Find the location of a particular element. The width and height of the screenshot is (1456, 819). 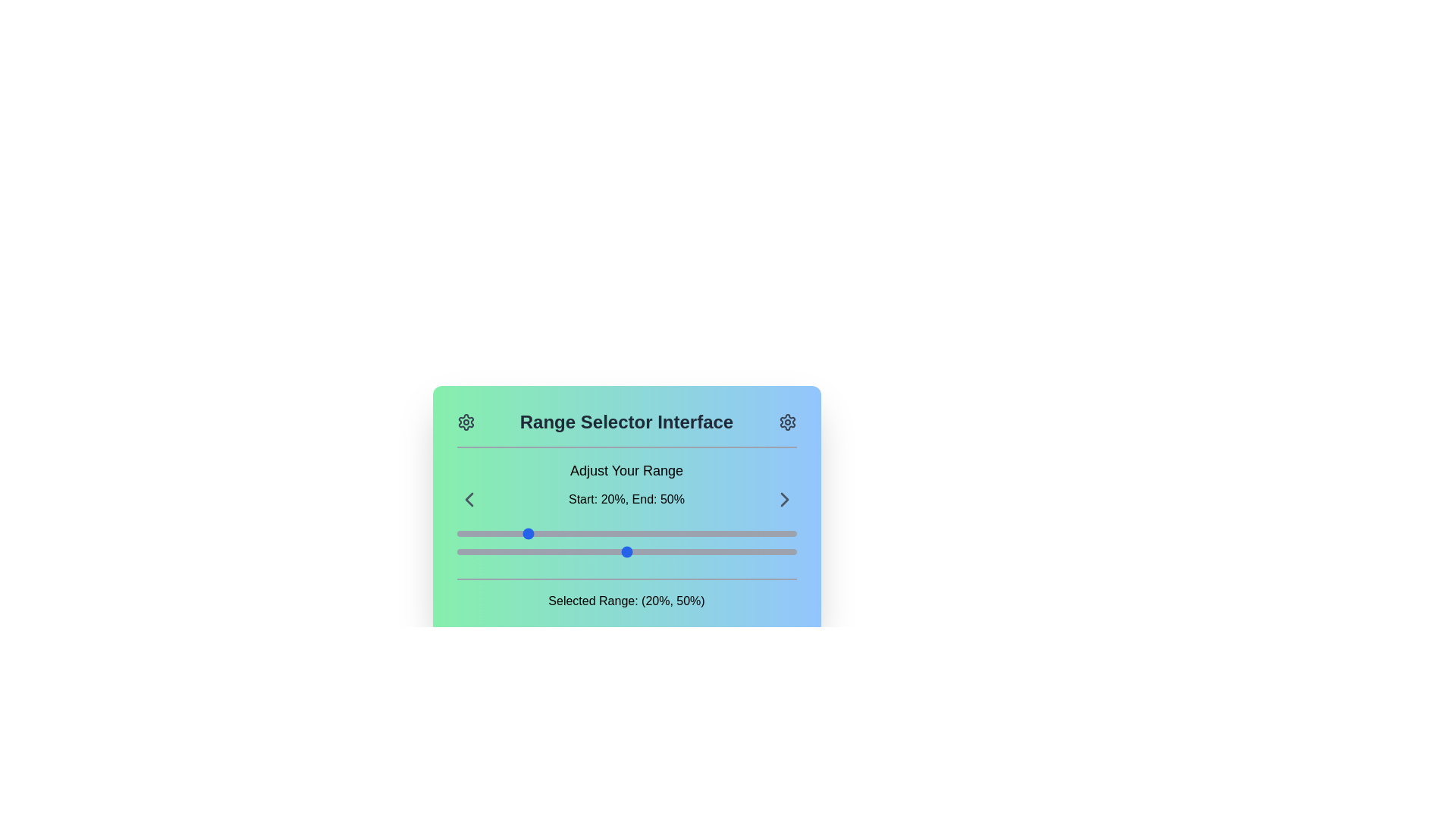

displayed range details from the interactive interface component with a colorful gradient background and rounded corners, positioned centrally below the title header is located at coordinates (626, 510).